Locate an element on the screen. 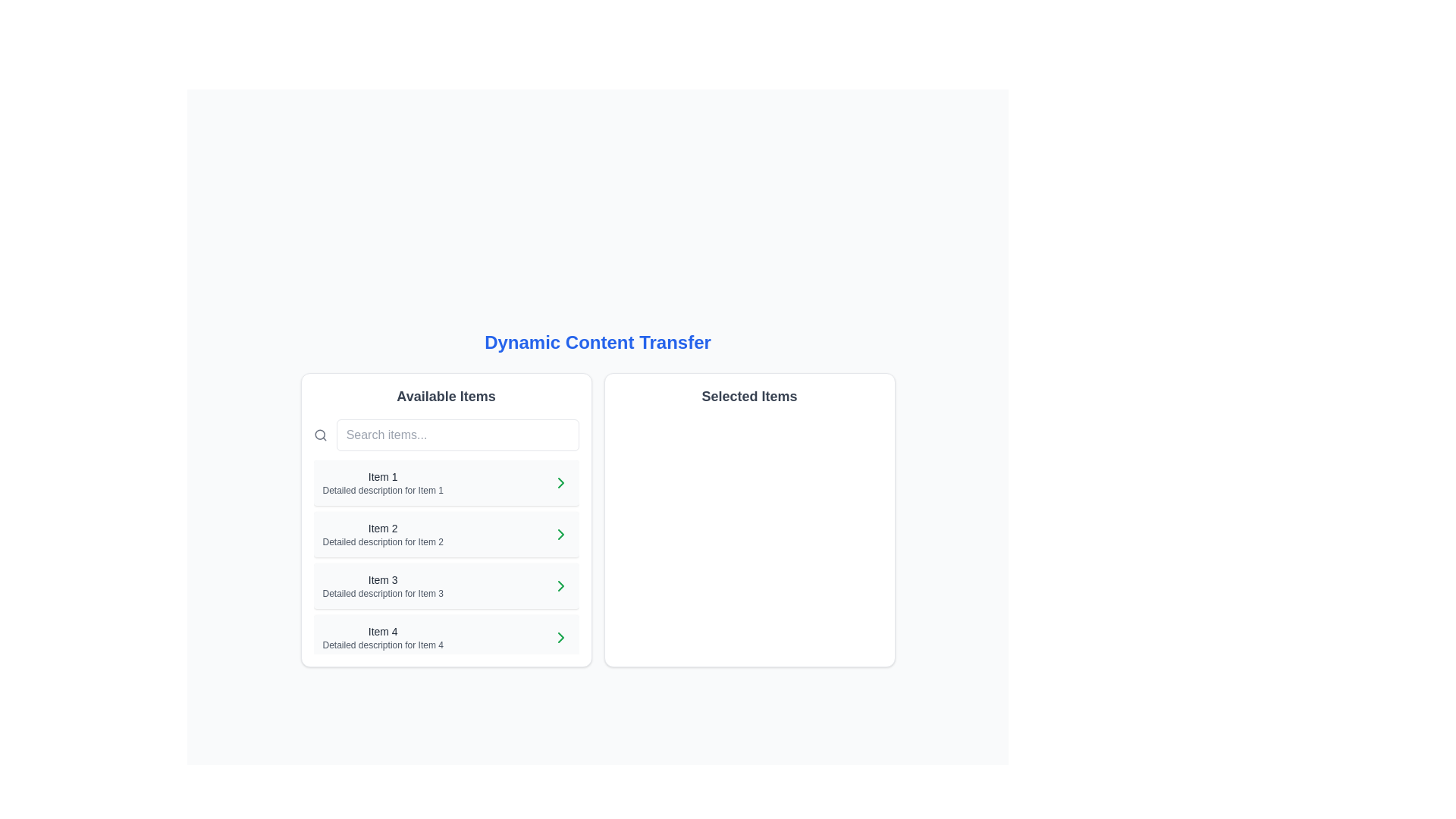 Image resolution: width=1456 pixels, height=819 pixels. displayed information from the Text Display Area located in the 'Available Items' list on the left panel, which is the second item from the top is located at coordinates (383, 534).